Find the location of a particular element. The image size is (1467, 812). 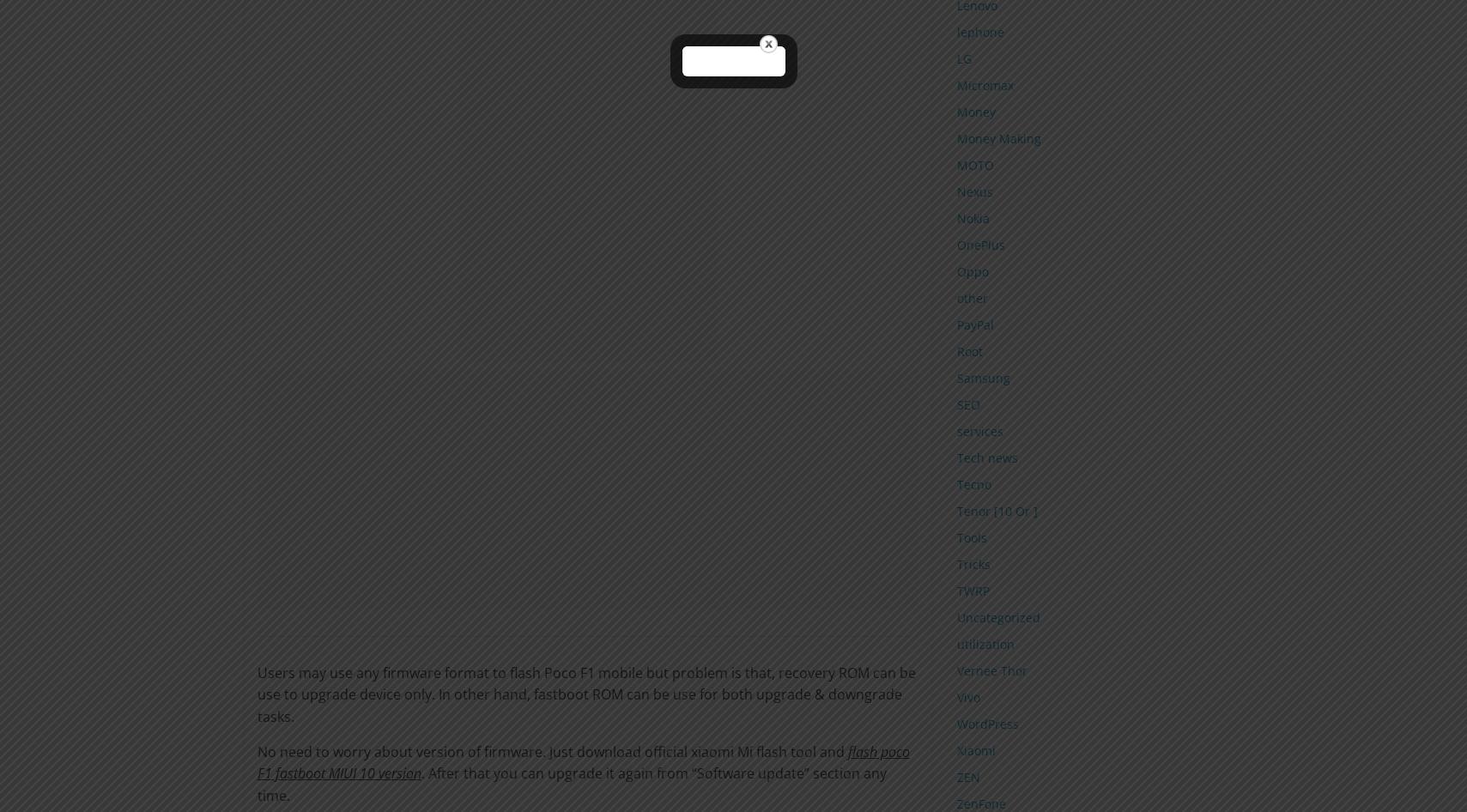

'services' is located at coordinates (979, 430).